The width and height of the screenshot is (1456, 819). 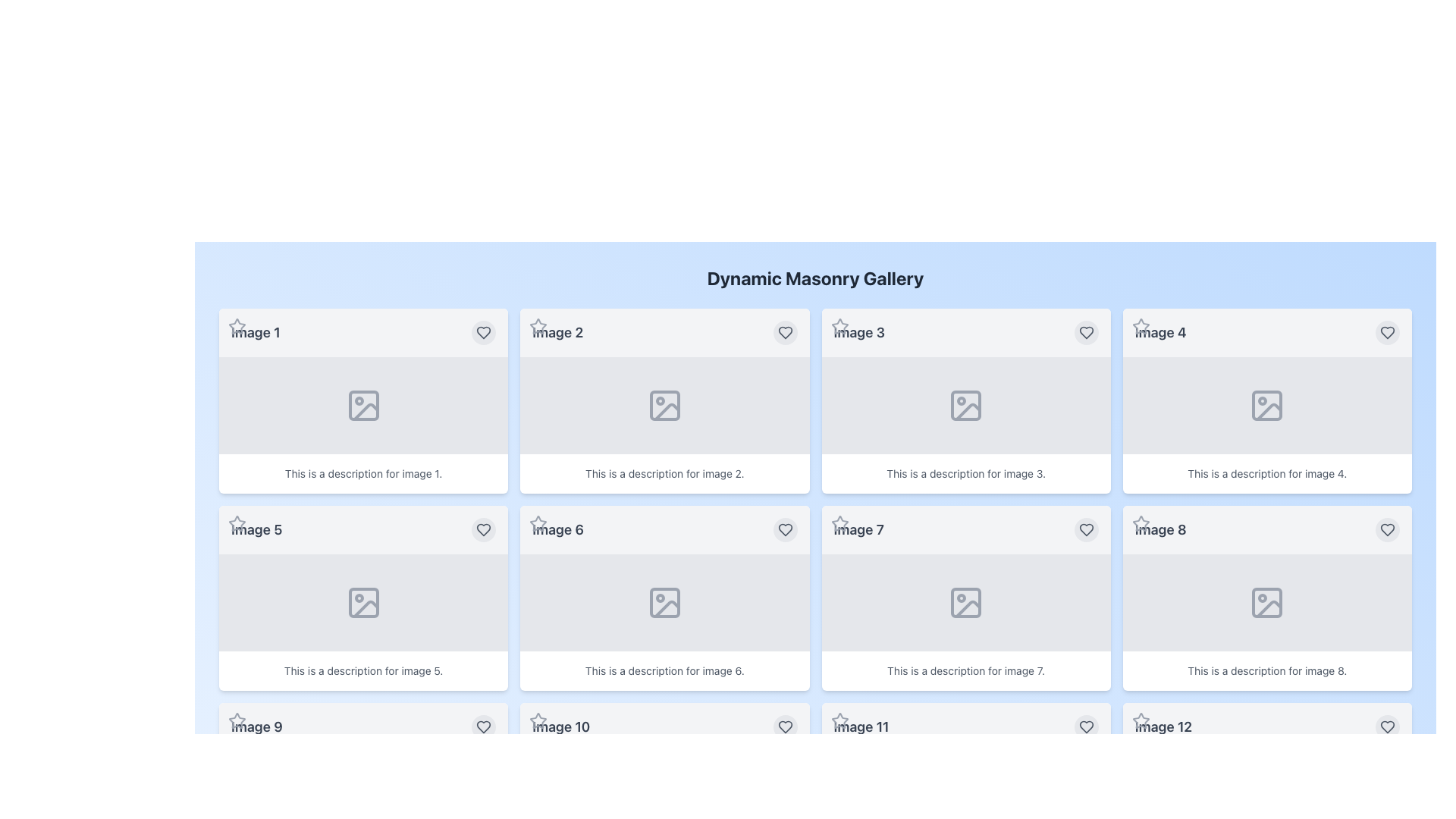 I want to click on large, rectangular light gray image placeholder with a mountain and sun icon located in the second row, first column of the grid layout, directly beneath the 'Image 5' title, so click(x=362, y=601).